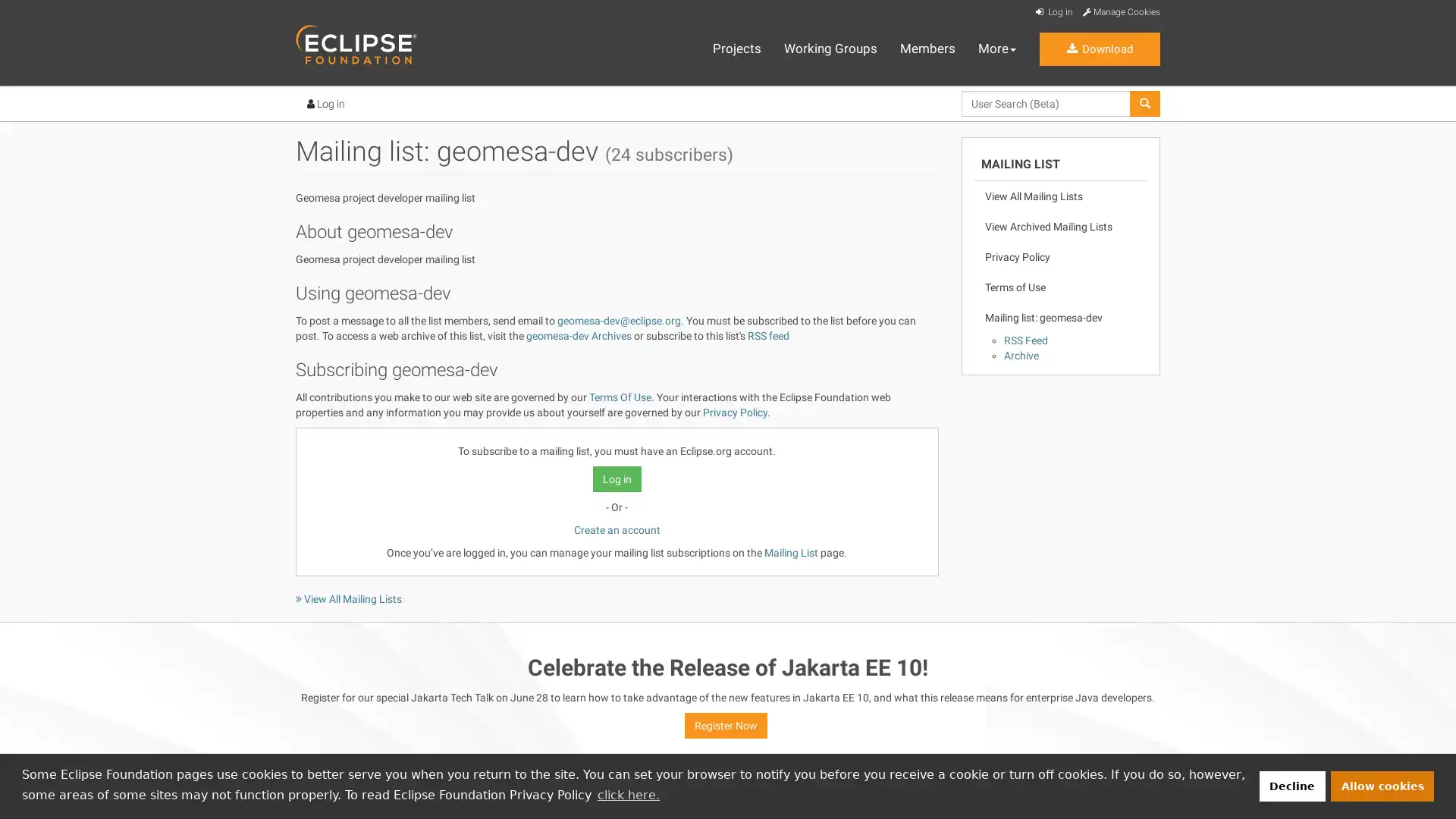 The width and height of the screenshot is (1456, 819). I want to click on deny cookies, so click(1291, 785).